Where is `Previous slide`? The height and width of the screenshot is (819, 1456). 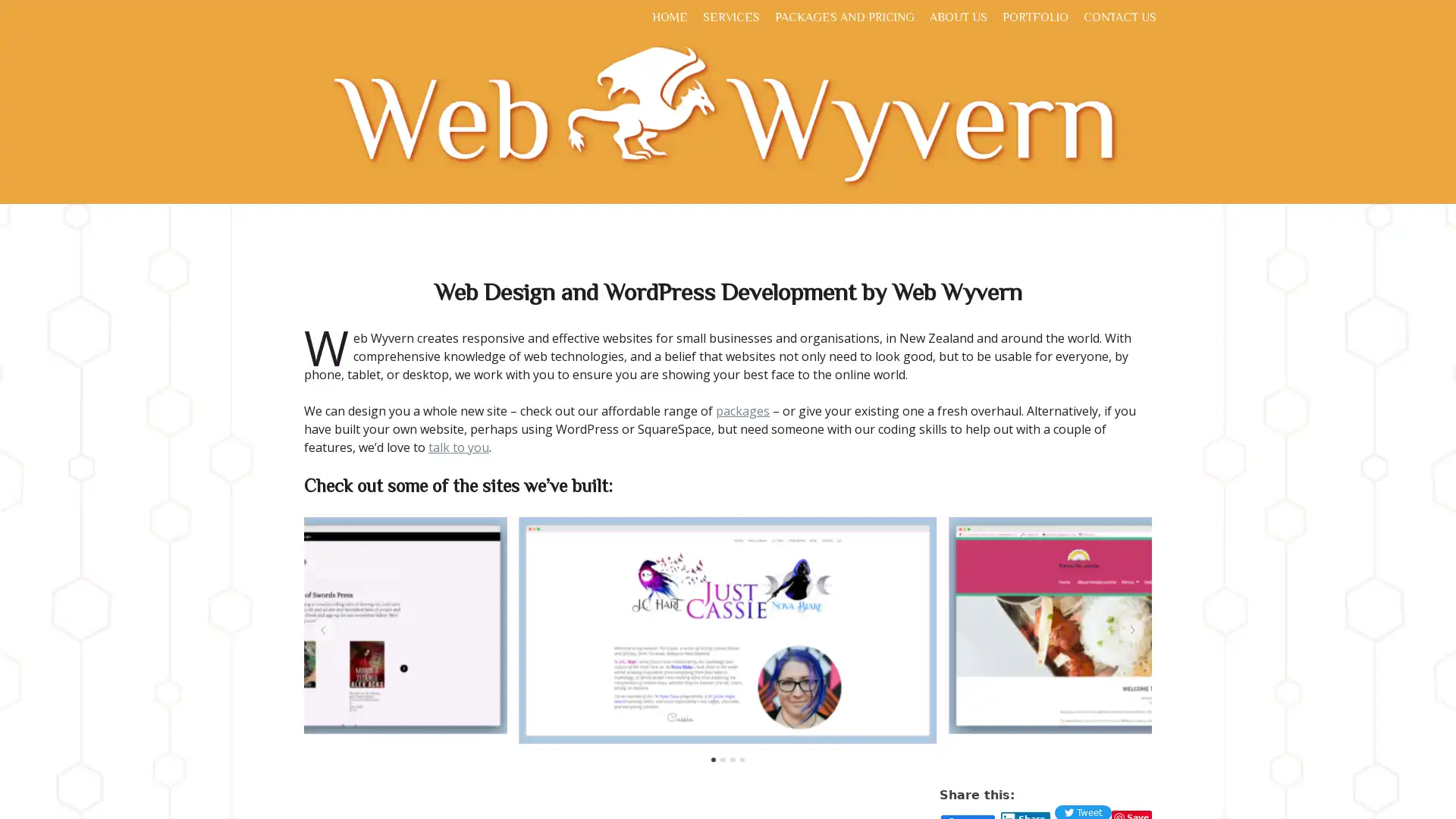 Previous slide is located at coordinates (323, 629).